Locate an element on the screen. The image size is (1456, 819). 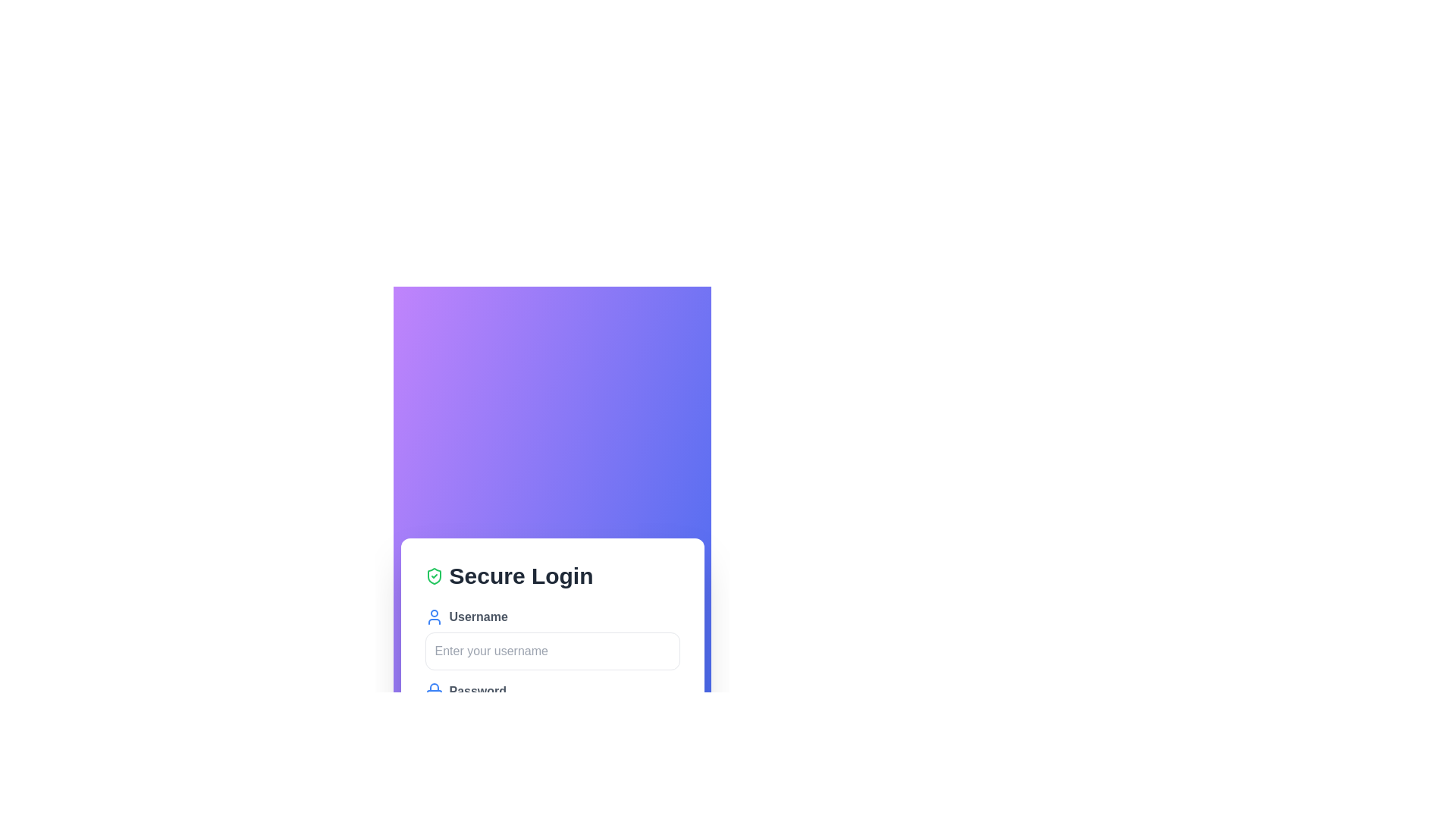
the 'Username' text label, which is styled with a bold font in gray and positioned next to a blue user icon, above the username input box is located at coordinates (478, 617).